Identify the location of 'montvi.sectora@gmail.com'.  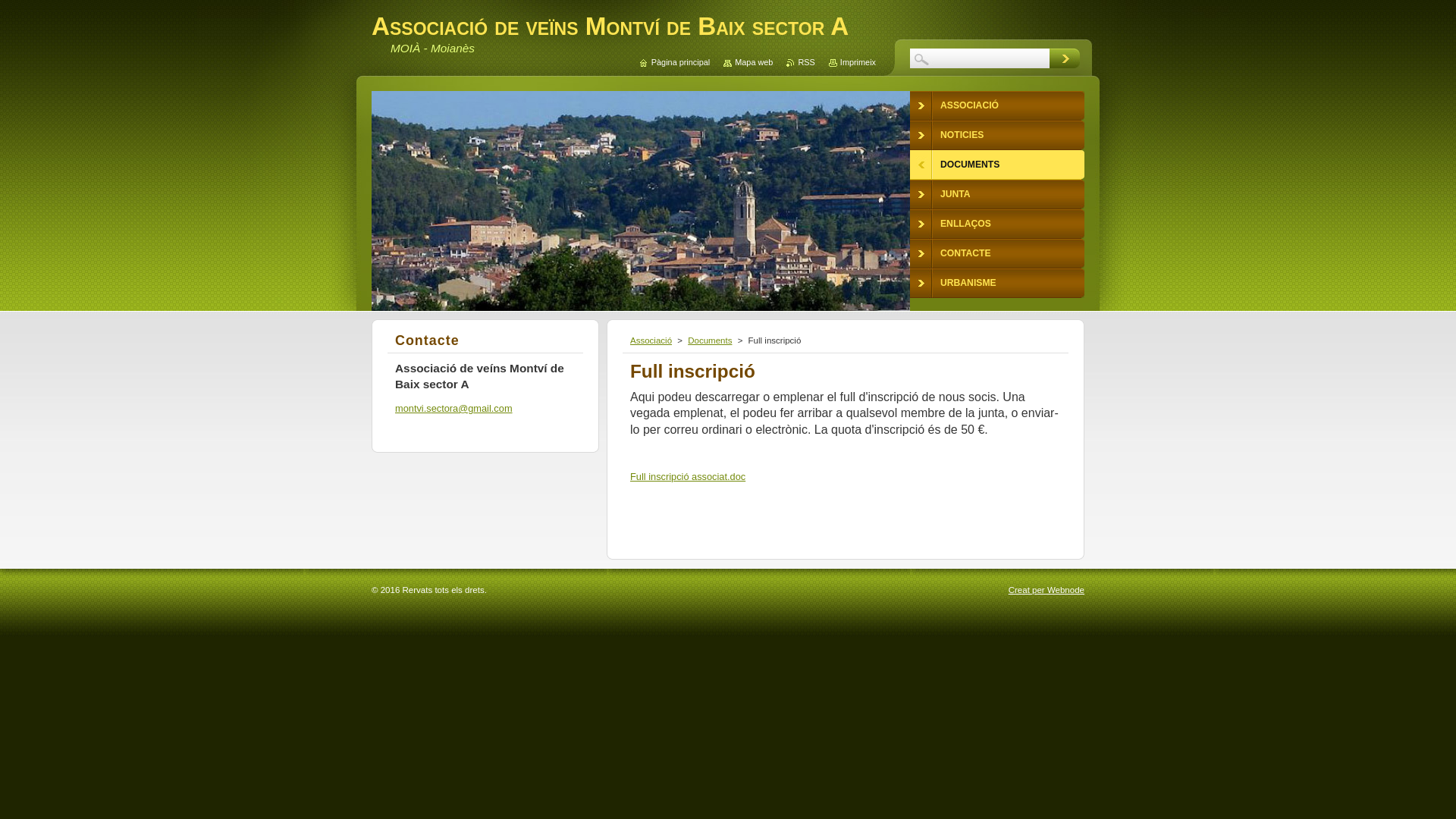
(453, 407).